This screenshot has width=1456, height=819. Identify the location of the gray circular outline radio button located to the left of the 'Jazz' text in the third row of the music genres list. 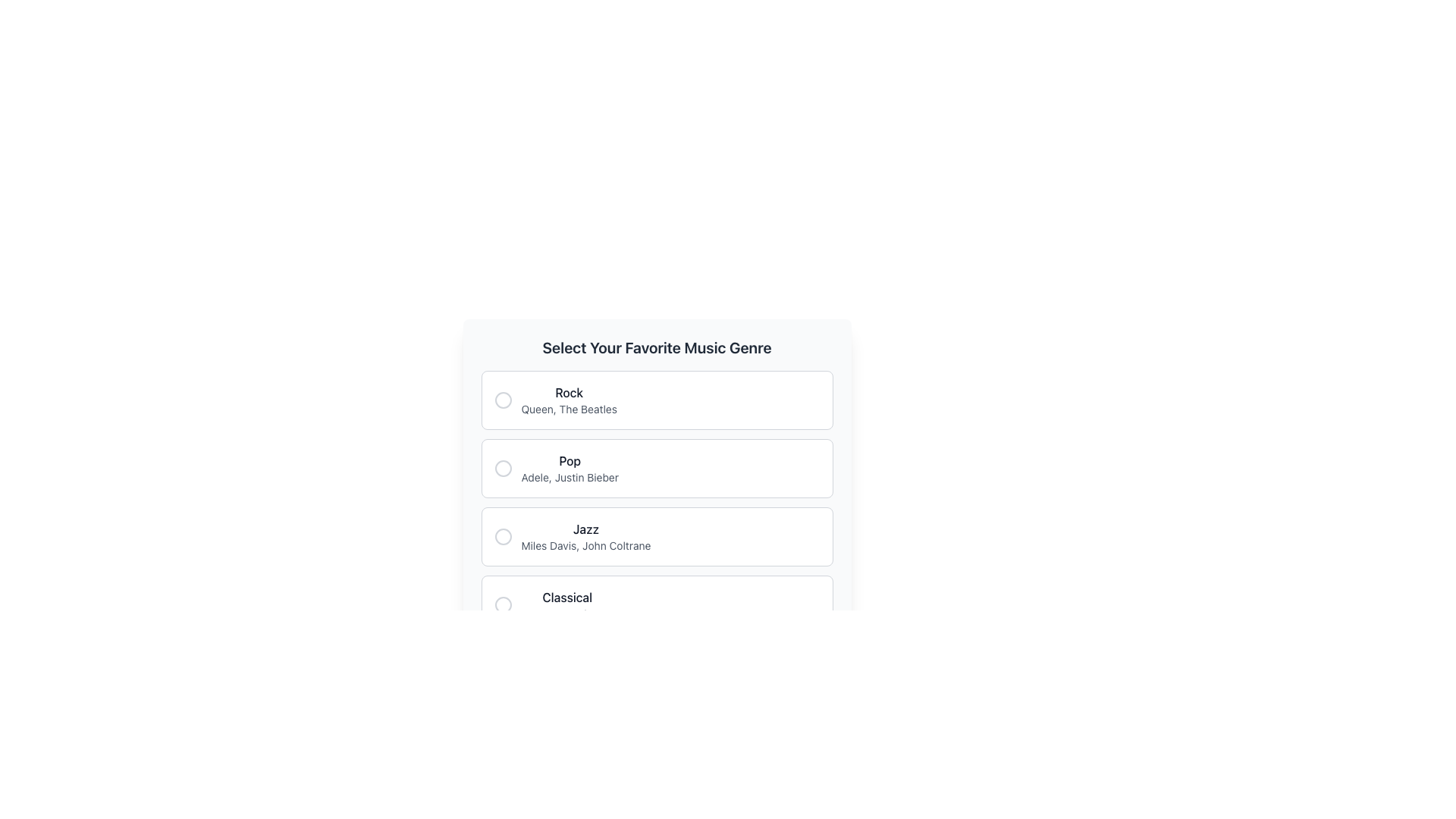
(503, 536).